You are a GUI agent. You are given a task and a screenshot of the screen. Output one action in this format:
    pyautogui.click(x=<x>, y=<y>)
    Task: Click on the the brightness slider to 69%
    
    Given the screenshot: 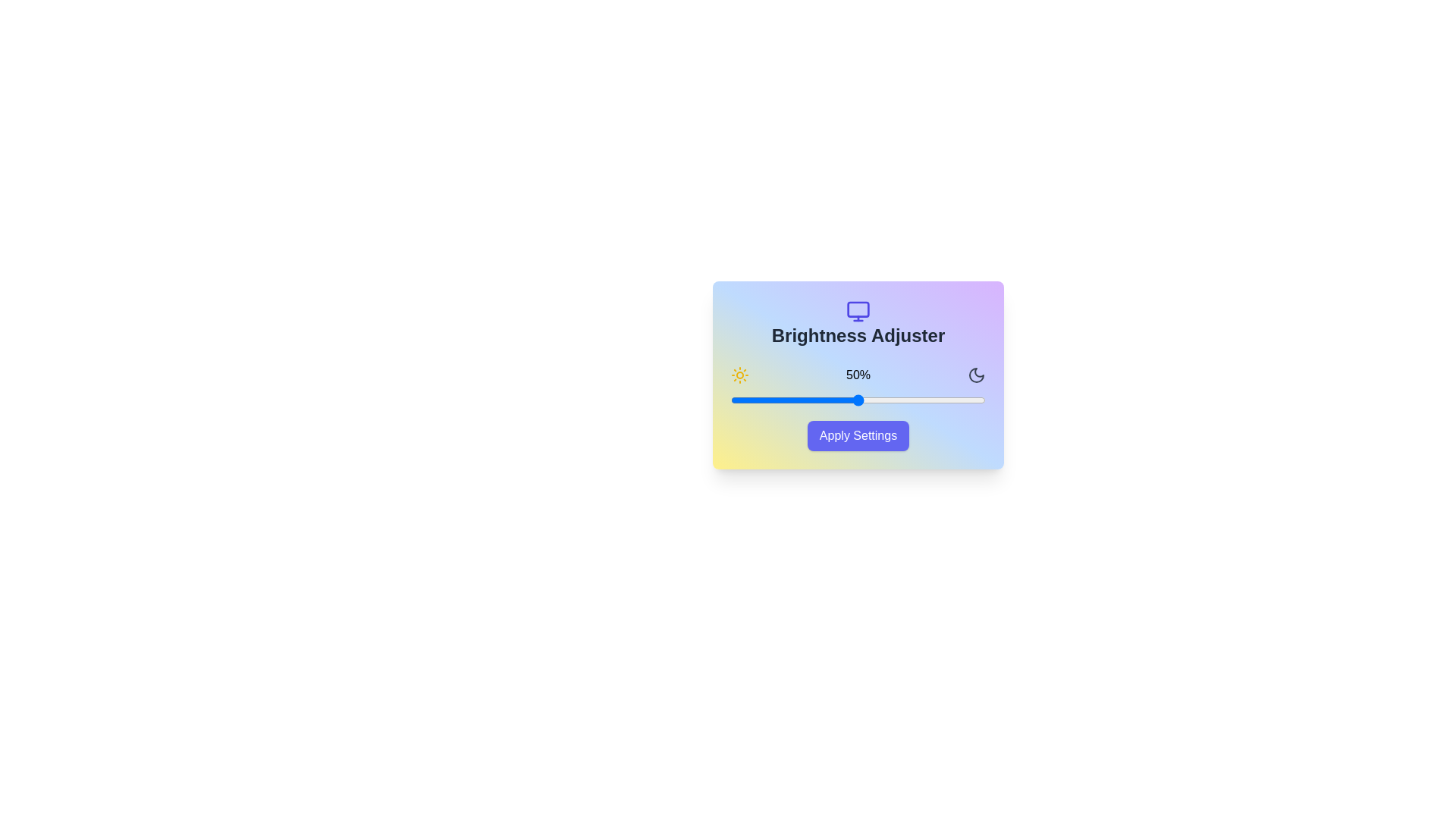 What is the action you would take?
    pyautogui.click(x=906, y=400)
    